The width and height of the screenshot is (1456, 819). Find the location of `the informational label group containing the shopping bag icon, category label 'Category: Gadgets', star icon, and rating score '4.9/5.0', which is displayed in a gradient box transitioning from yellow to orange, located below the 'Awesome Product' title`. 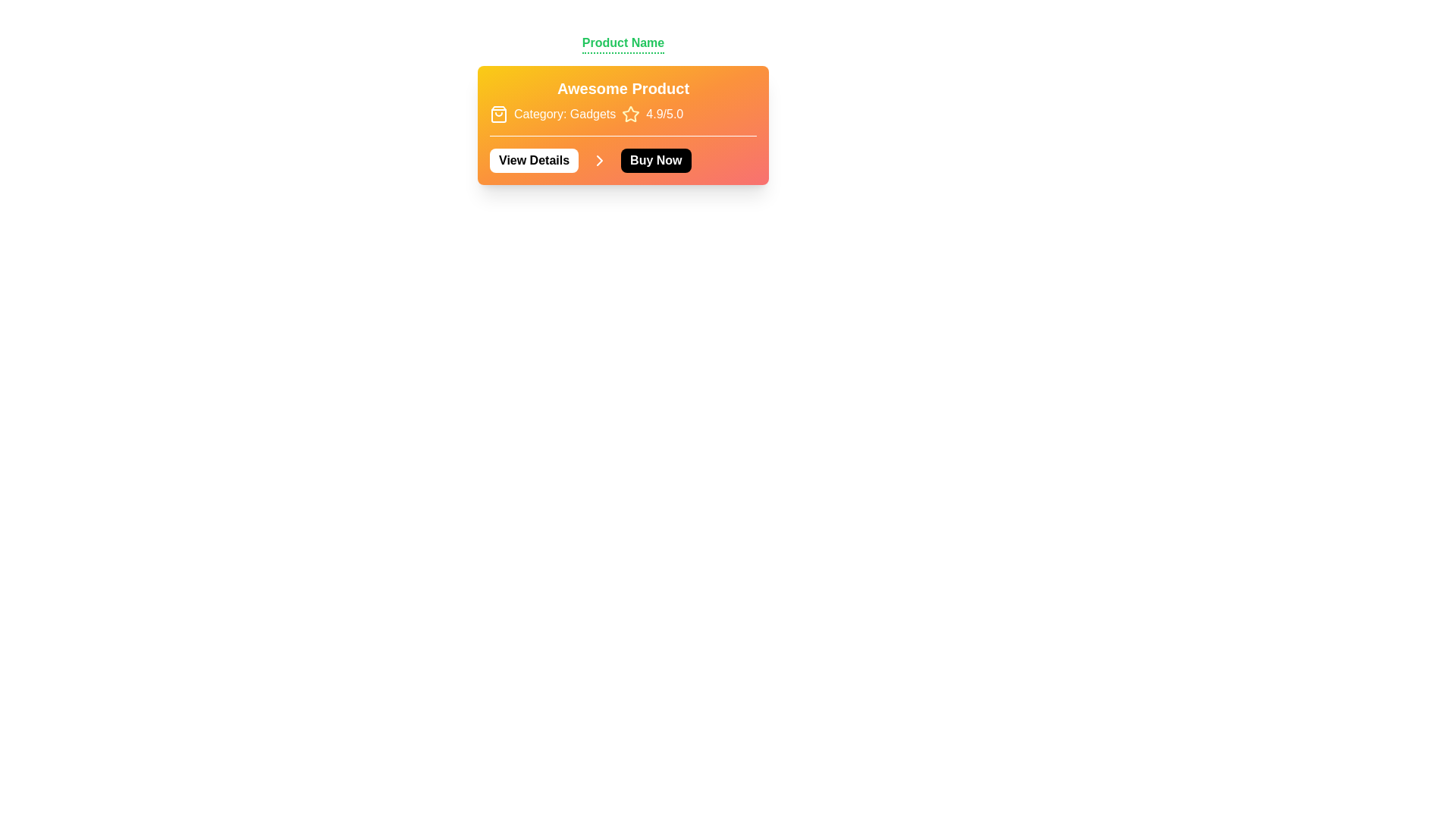

the informational label group containing the shopping bag icon, category label 'Category: Gadgets', star icon, and rating score '4.9/5.0', which is displayed in a gradient box transitioning from yellow to orange, located below the 'Awesome Product' title is located at coordinates (623, 113).